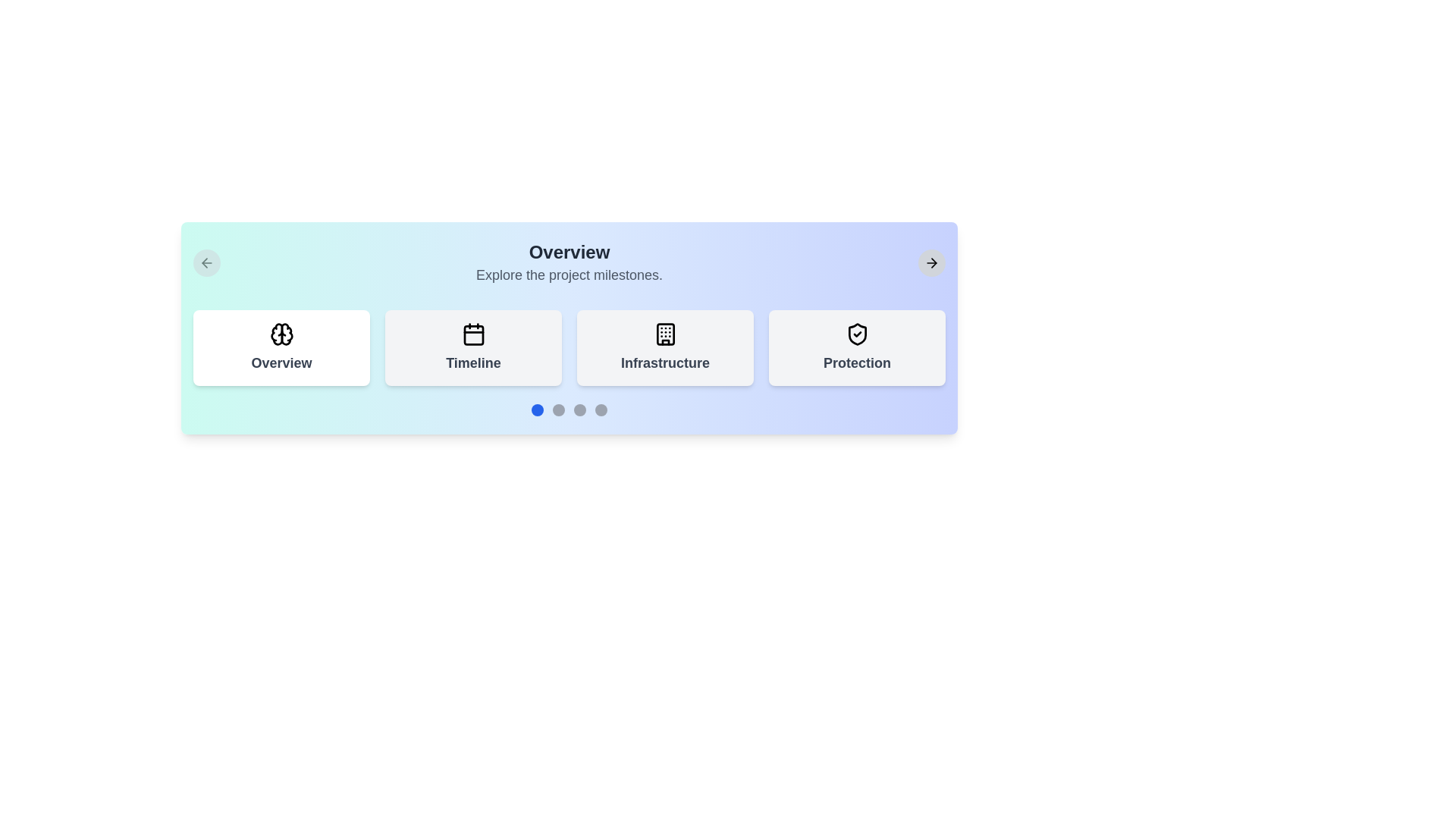  What do you see at coordinates (665, 348) in the screenshot?
I see `the 'Infrastructure' card, which is the third card in a row of four` at bounding box center [665, 348].